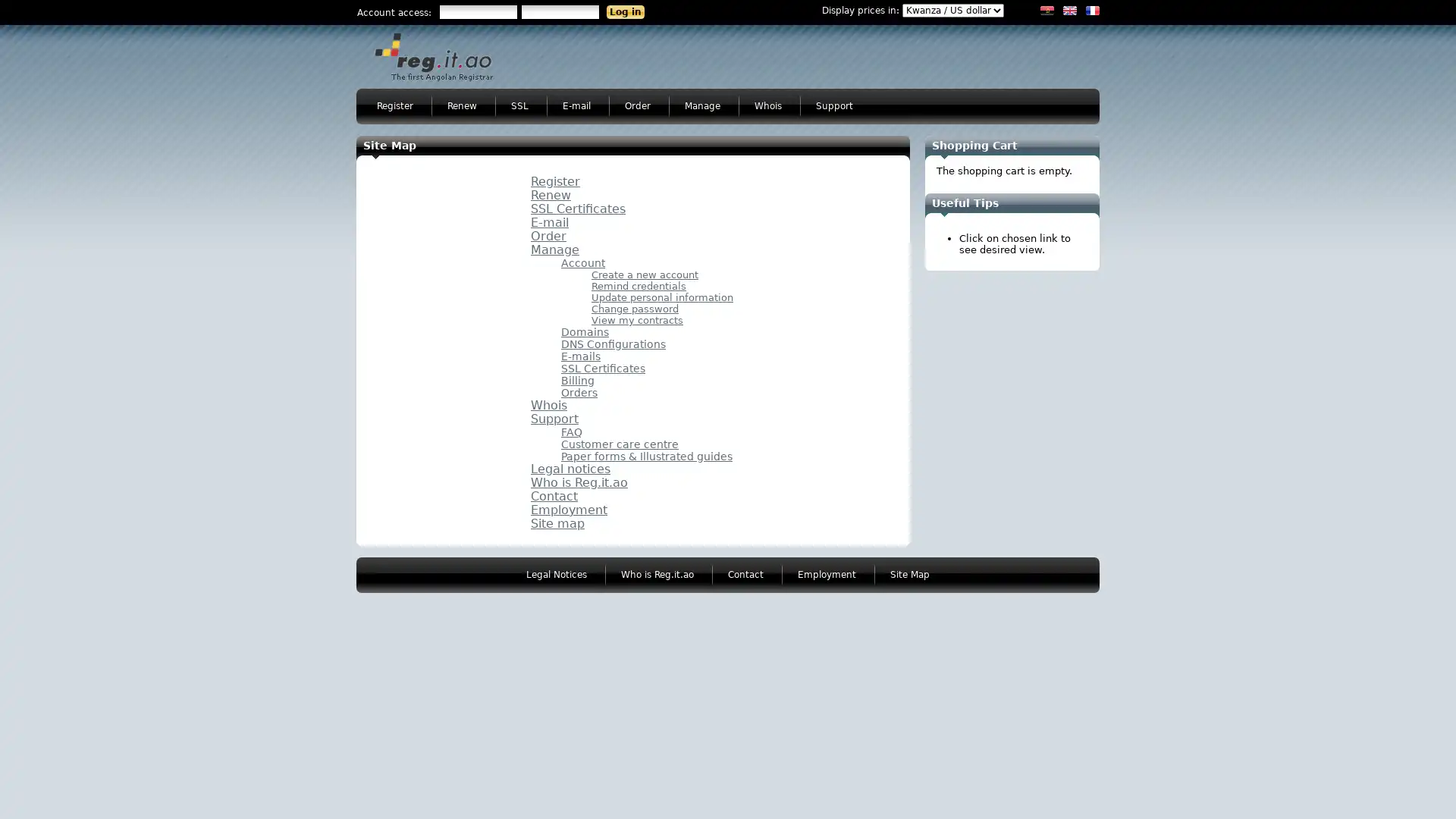 Image resolution: width=1456 pixels, height=819 pixels. Describe the element at coordinates (626, 11) in the screenshot. I see `Log in` at that location.